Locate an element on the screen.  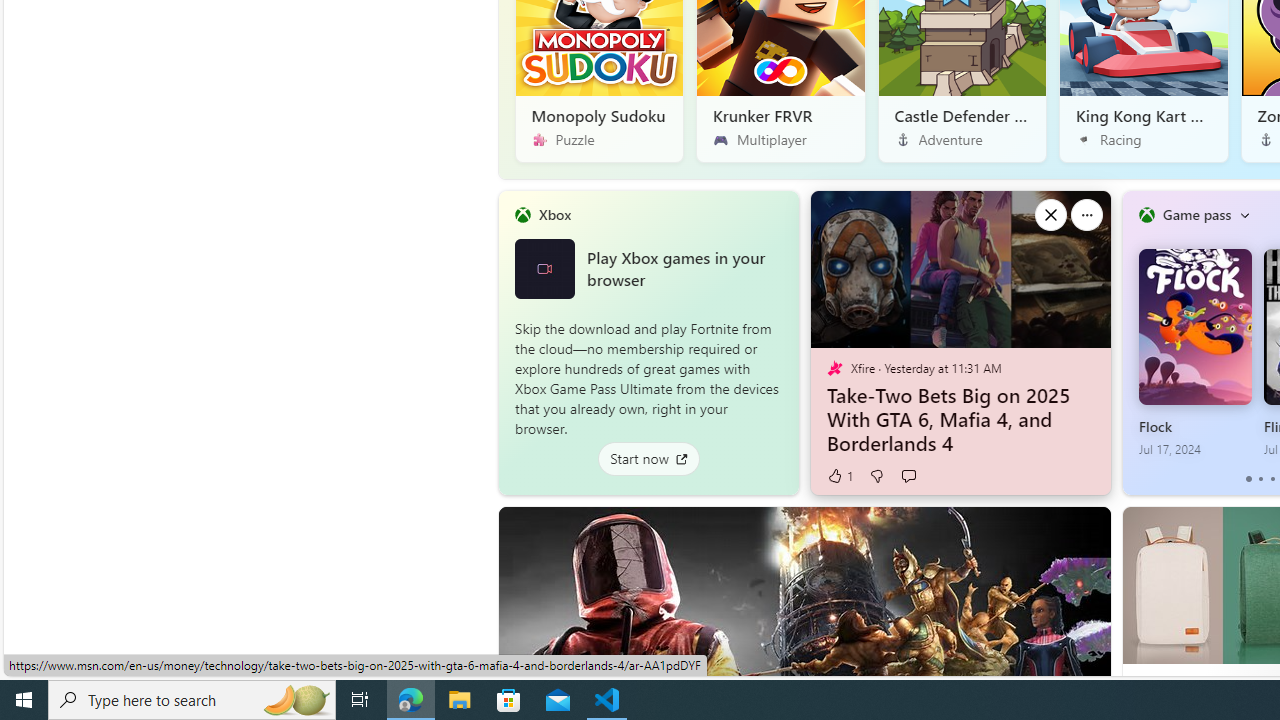
'Dislike' is located at coordinates (876, 475).